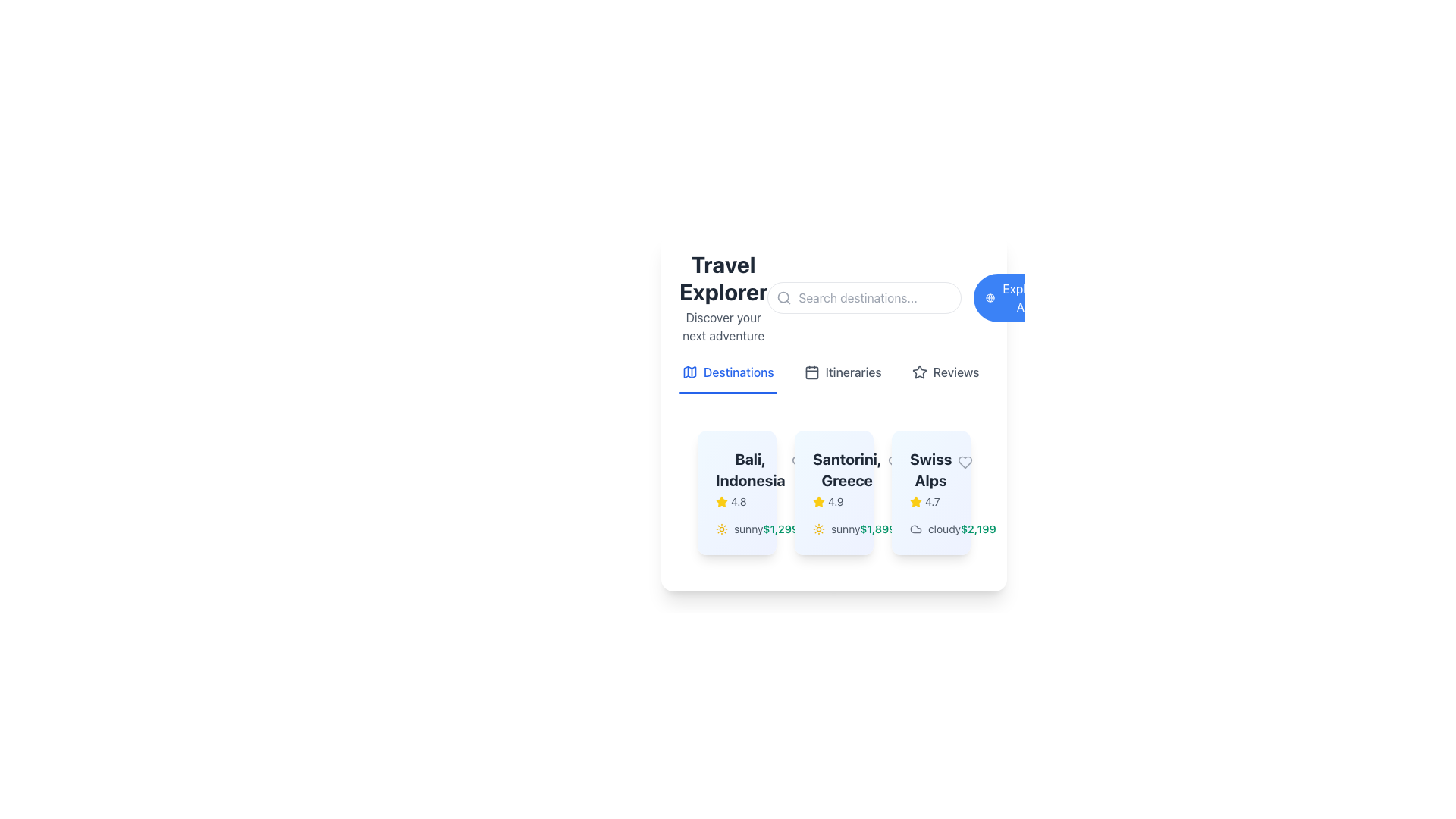  What do you see at coordinates (728, 377) in the screenshot?
I see `the 'Destinations' interactive text link with a map icon, which is the first menu item in the navigation bar, to potentially reveal additional information` at bounding box center [728, 377].